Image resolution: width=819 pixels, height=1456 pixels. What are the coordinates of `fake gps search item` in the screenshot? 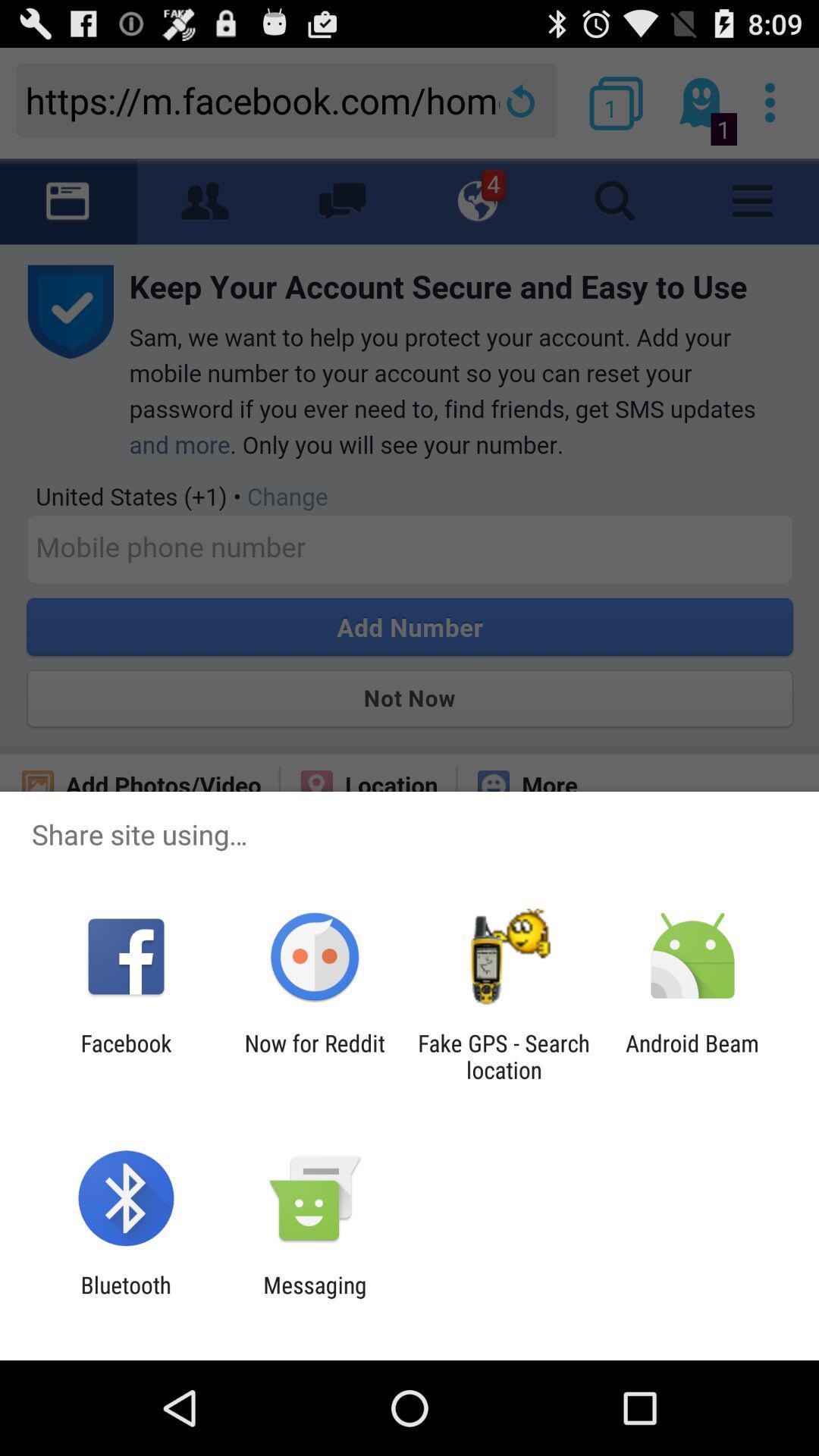 It's located at (504, 1056).